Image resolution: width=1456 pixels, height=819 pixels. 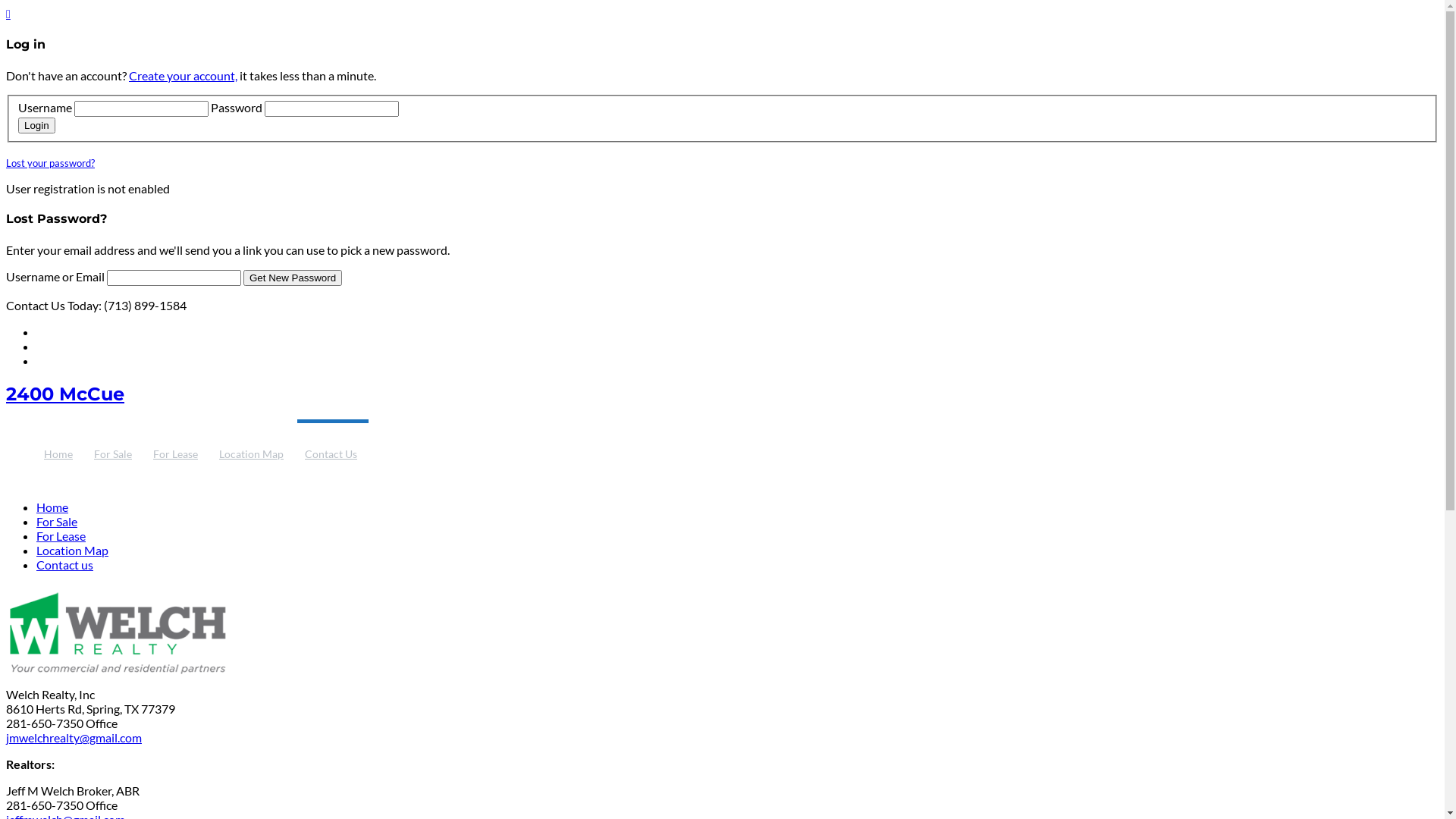 I want to click on 'Contact us', so click(x=64, y=564).